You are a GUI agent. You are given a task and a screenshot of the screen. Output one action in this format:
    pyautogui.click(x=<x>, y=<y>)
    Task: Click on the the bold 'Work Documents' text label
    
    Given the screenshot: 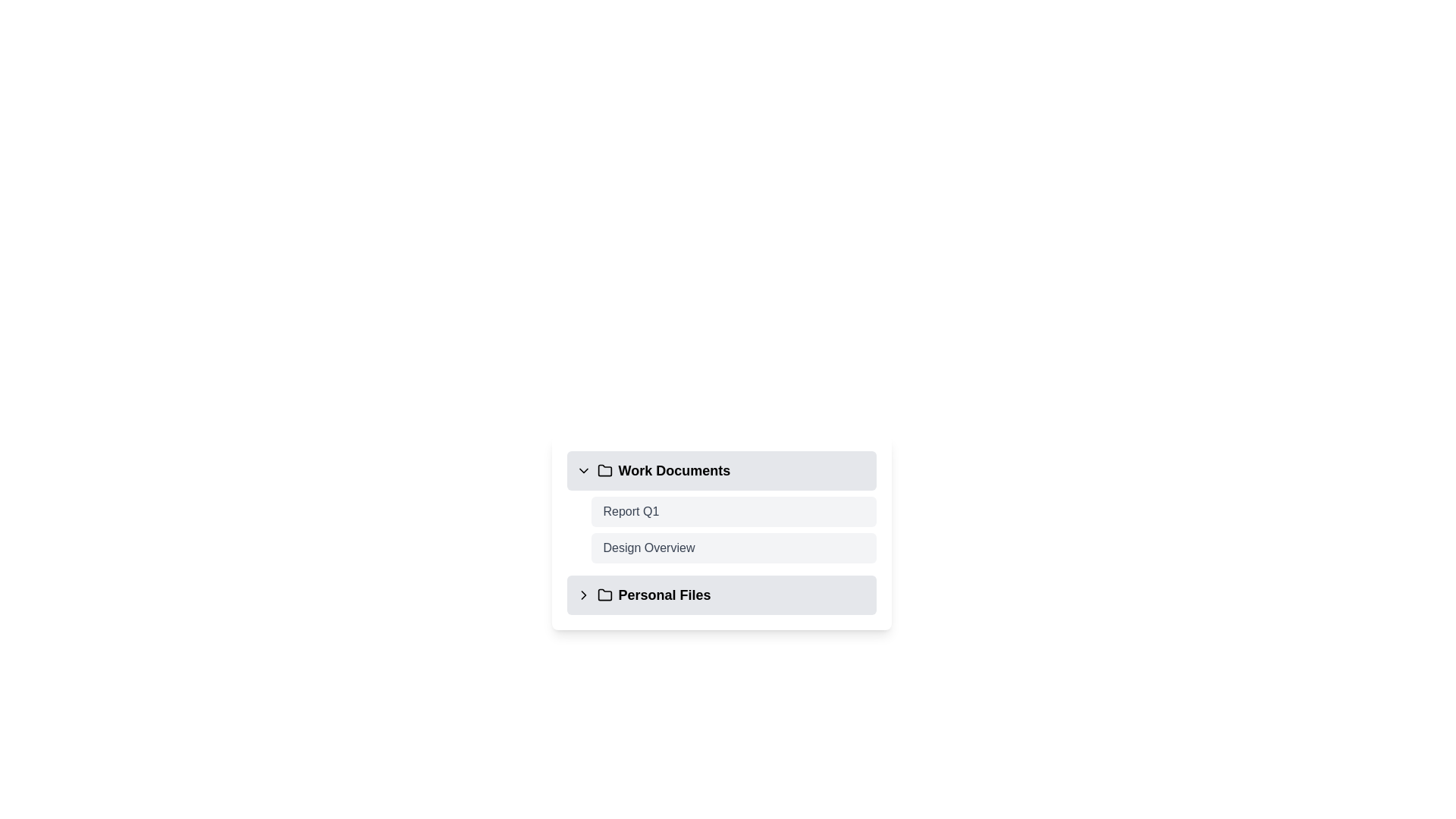 What is the action you would take?
    pyautogui.click(x=673, y=470)
    